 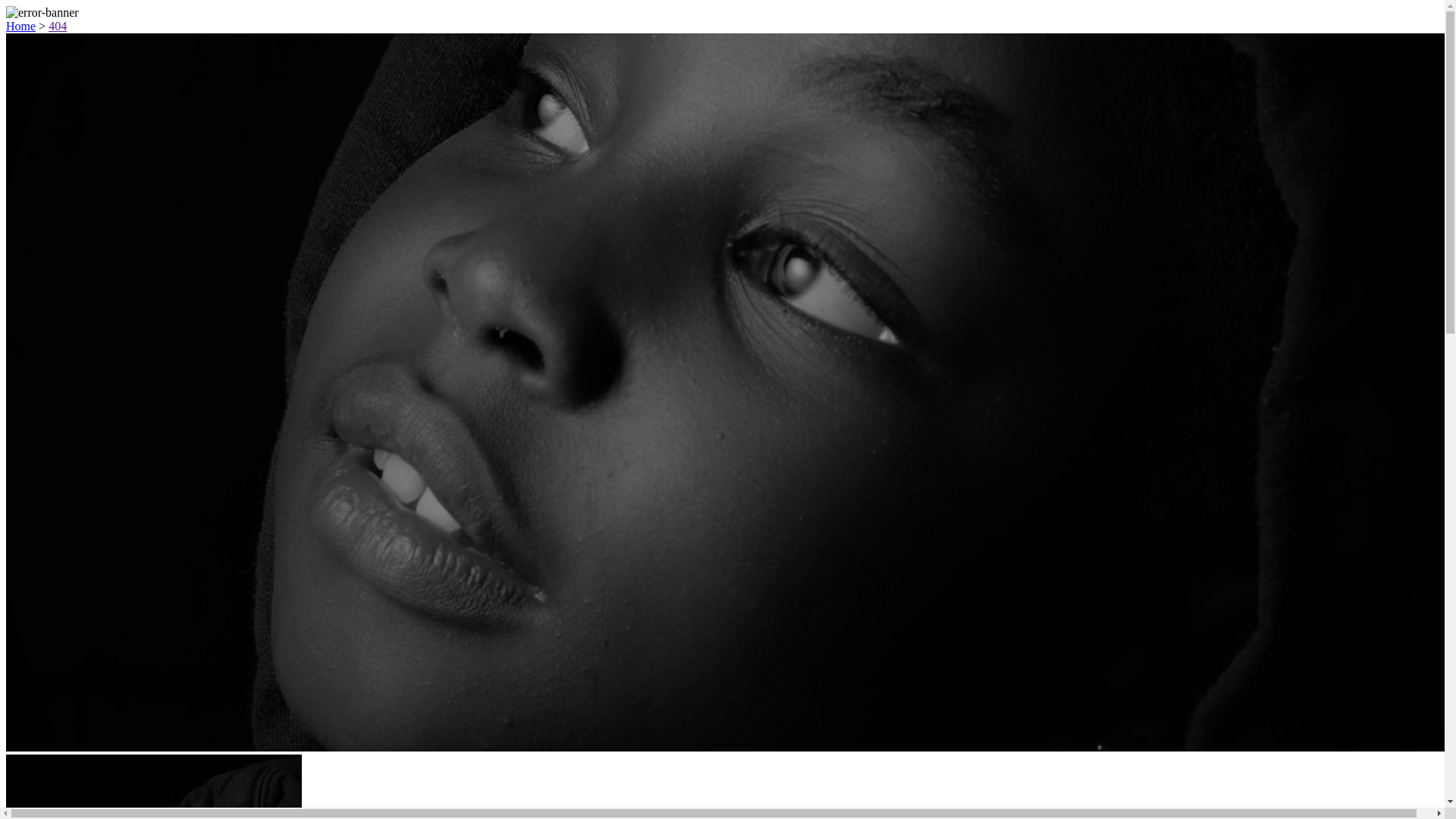 I want to click on 'Home', so click(x=20, y=26).